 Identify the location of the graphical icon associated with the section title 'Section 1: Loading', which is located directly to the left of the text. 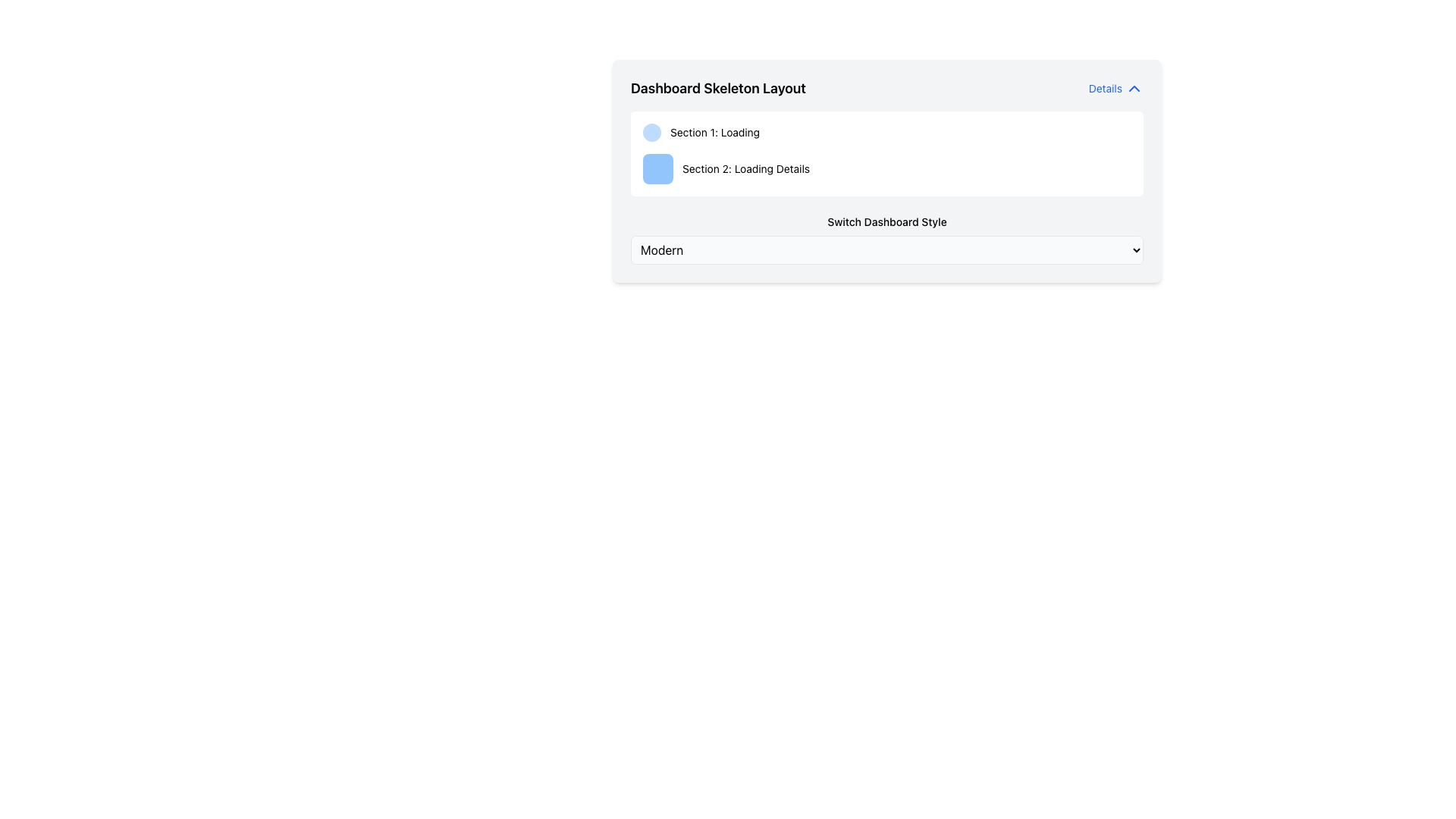
(651, 131).